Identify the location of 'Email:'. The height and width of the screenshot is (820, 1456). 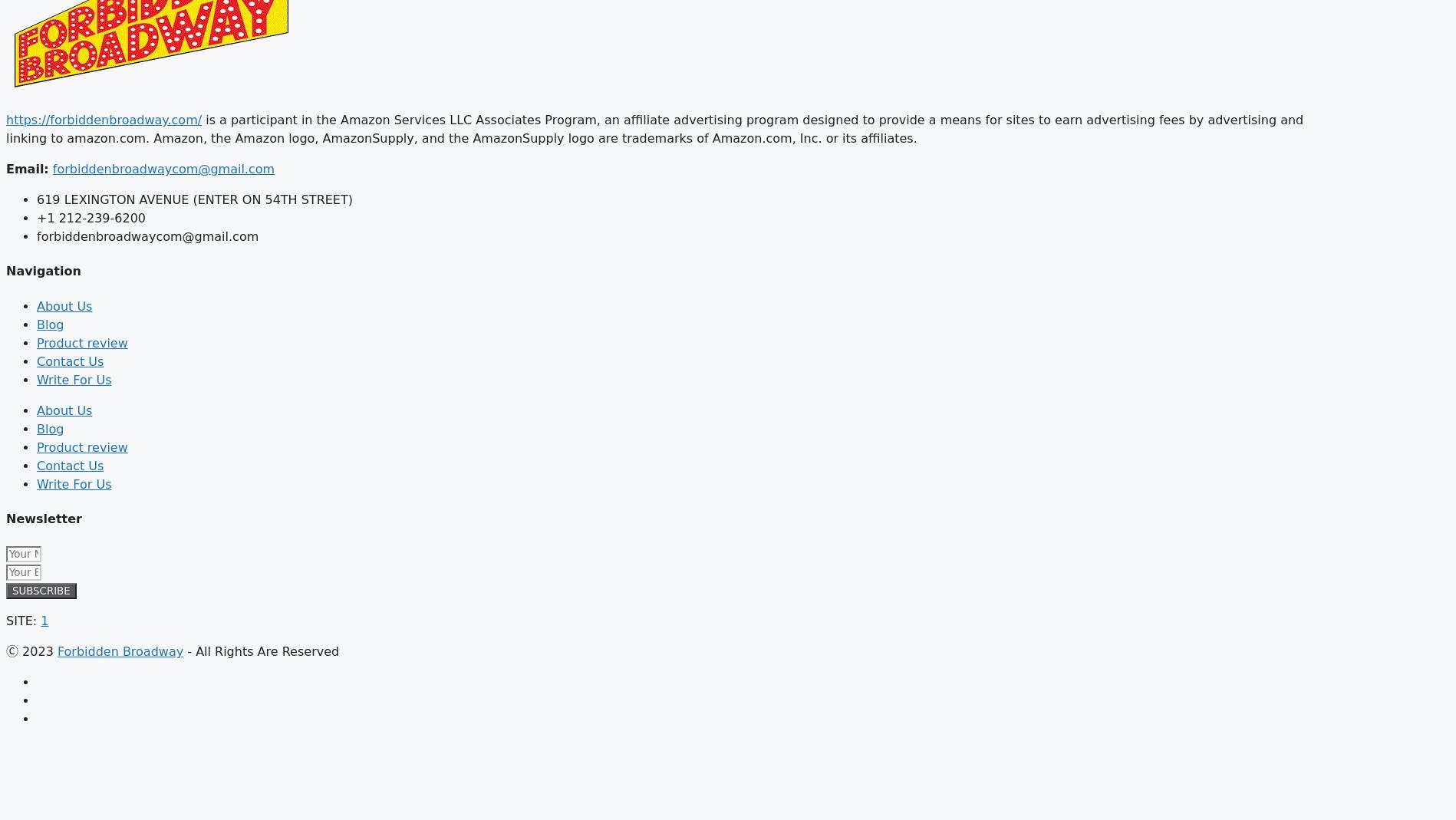
(27, 168).